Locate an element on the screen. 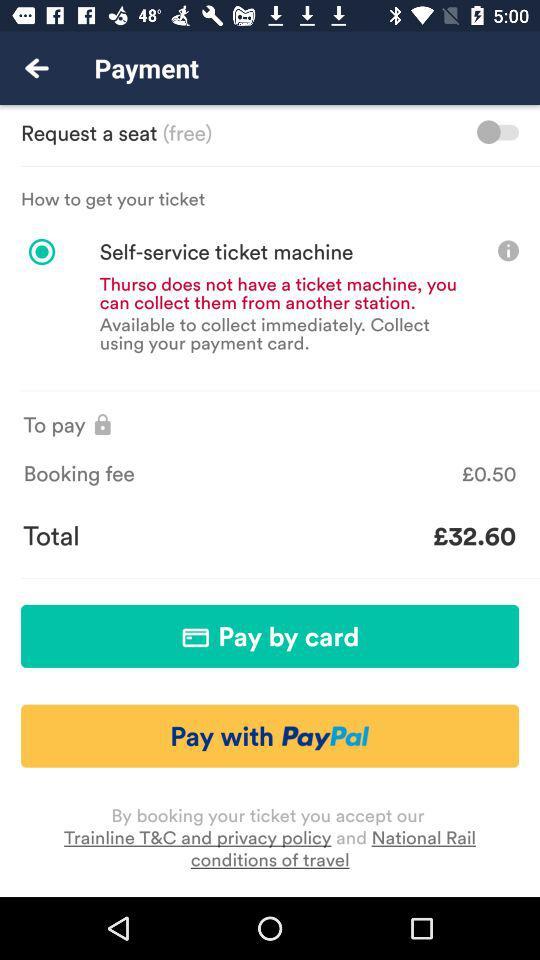 This screenshot has width=540, height=960. item next to the (free) is located at coordinates (496, 131).